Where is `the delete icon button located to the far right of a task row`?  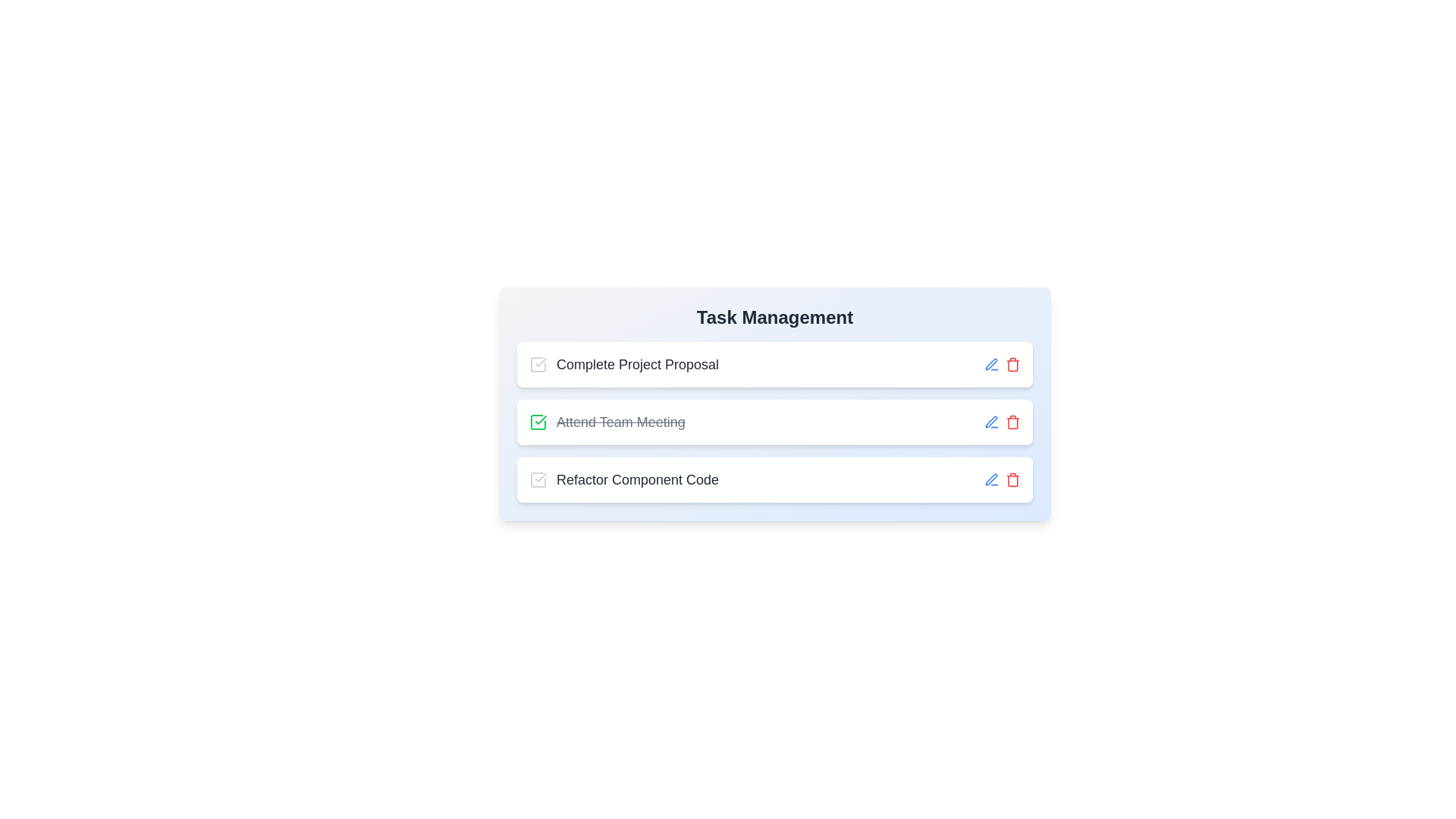
the delete icon button located to the far right of a task row is located at coordinates (1012, 479).